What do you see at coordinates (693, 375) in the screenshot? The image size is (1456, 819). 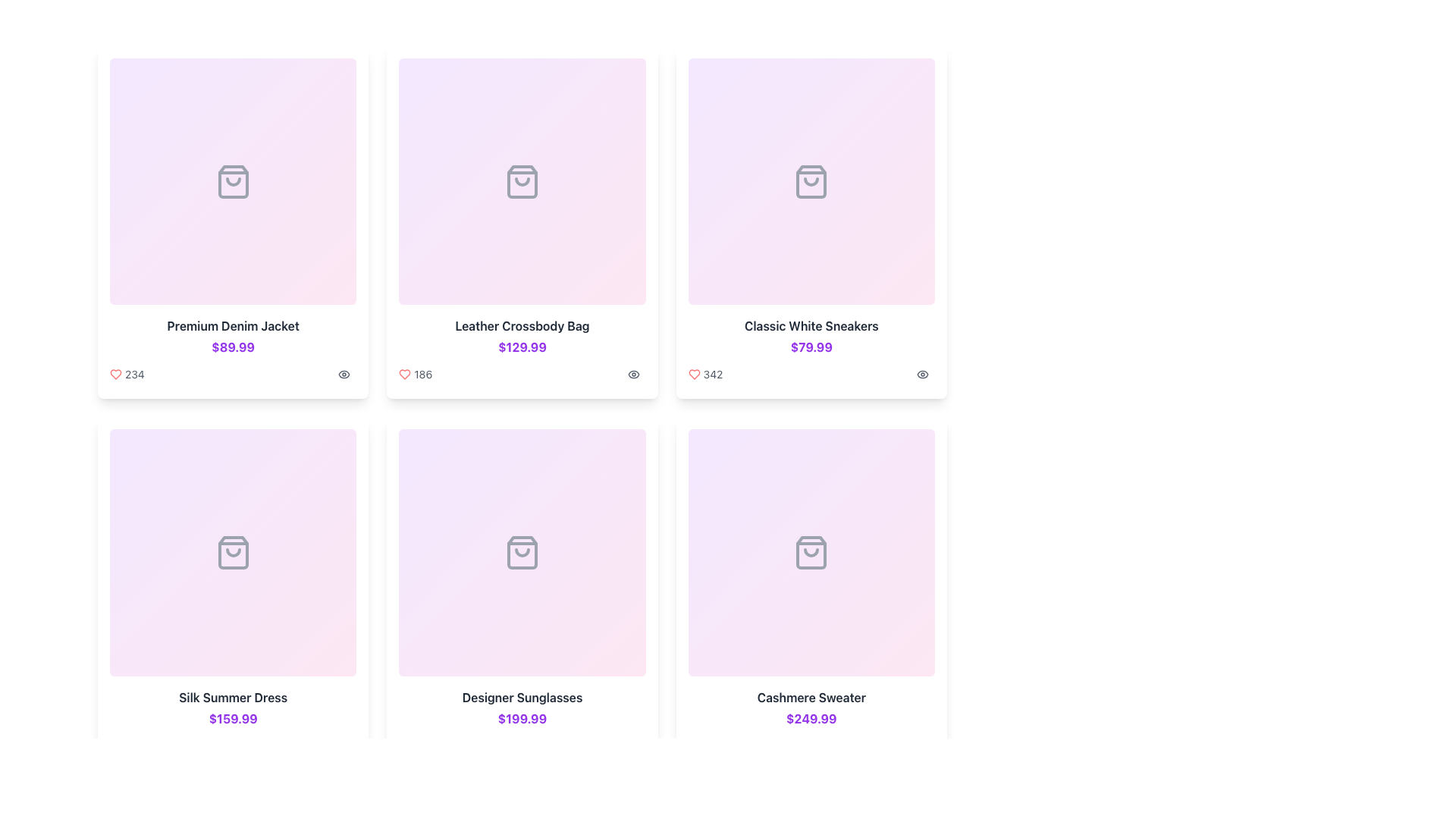 I see `the heart-shaped icon located at the bottom left corner of the product card for 'Classic White Sneakers'` at bounding box center [693, 375].